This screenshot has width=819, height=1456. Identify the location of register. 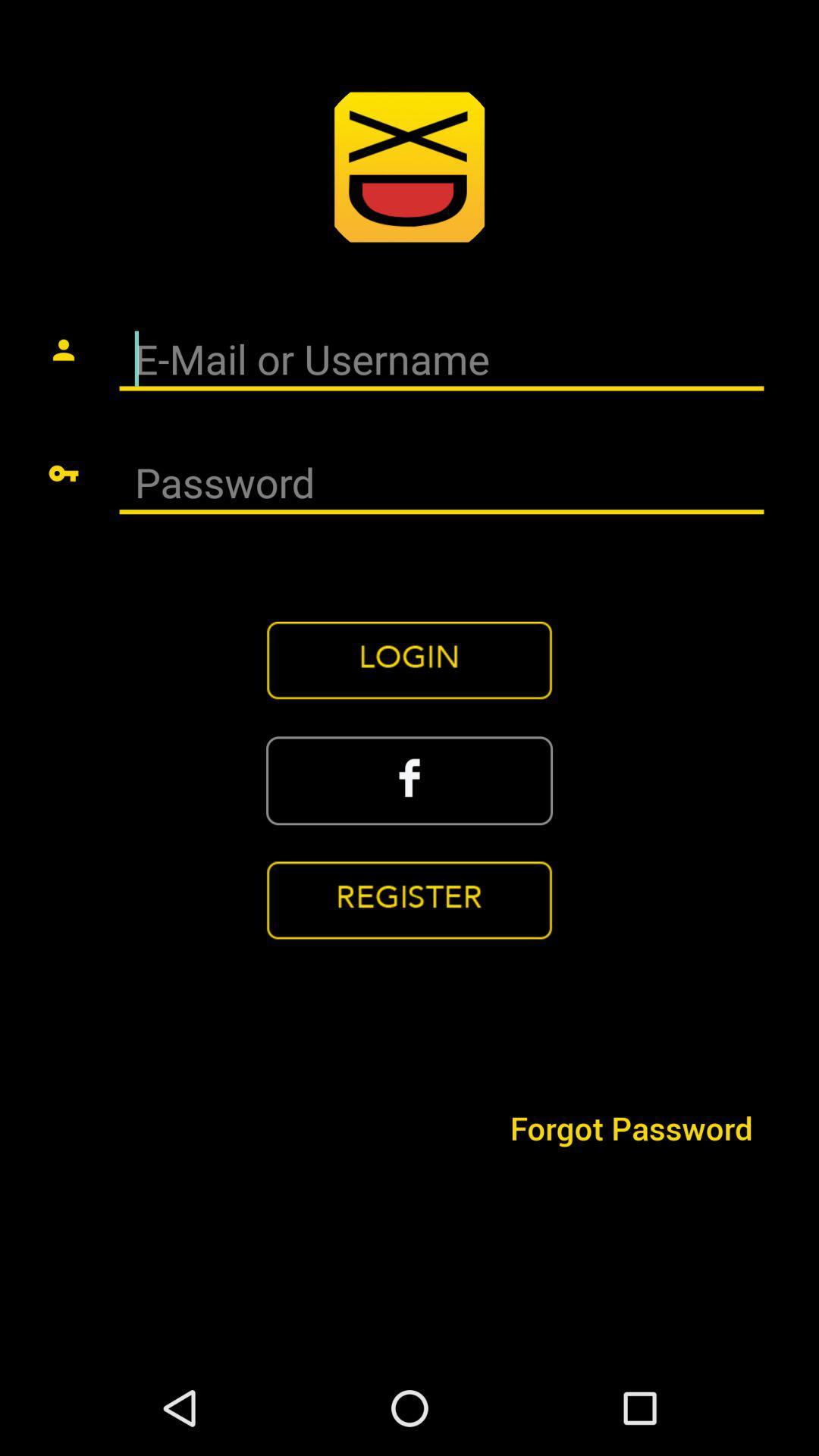
(409, 901).